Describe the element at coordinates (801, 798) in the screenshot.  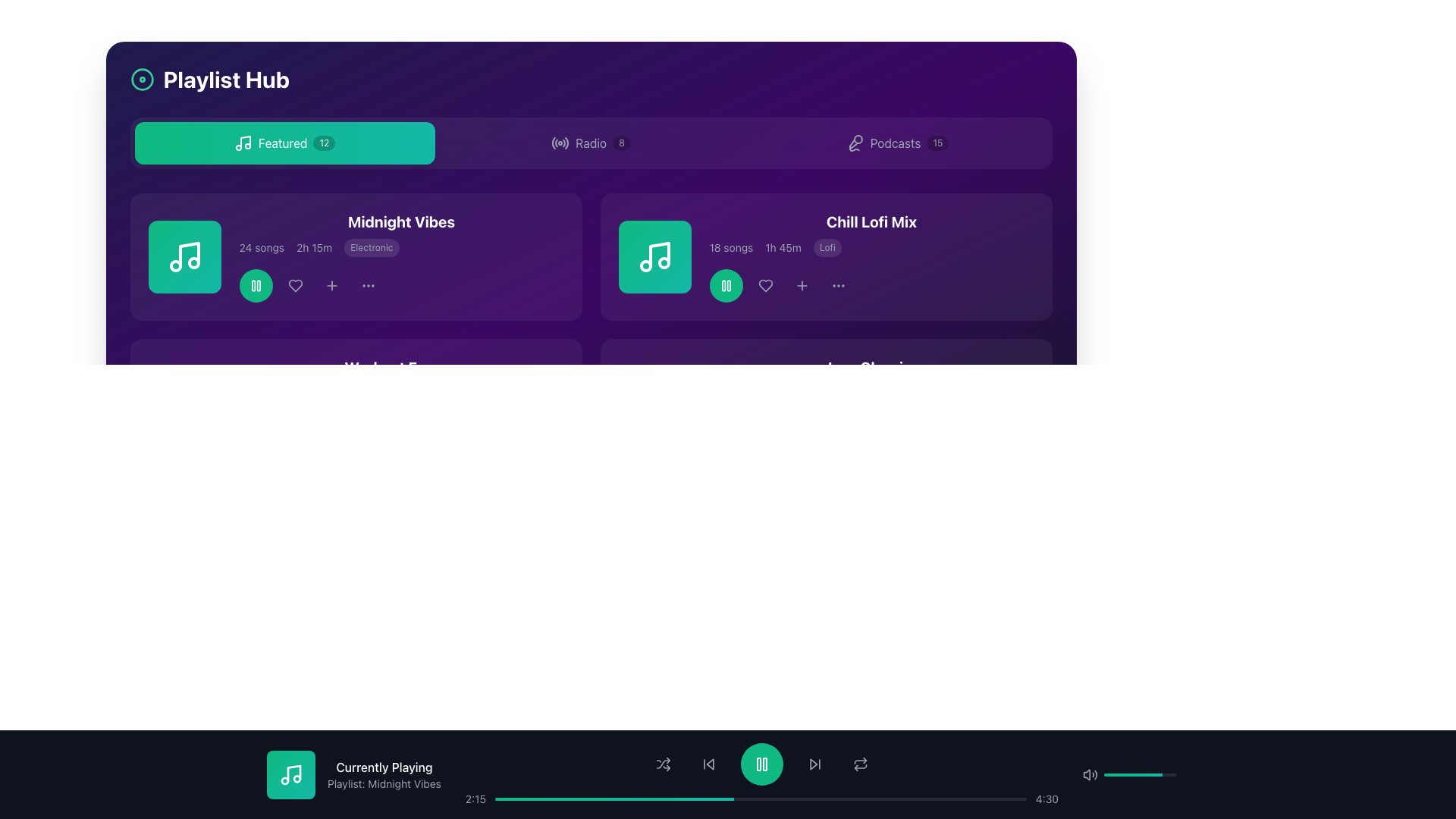
I see `playback time` at that location.